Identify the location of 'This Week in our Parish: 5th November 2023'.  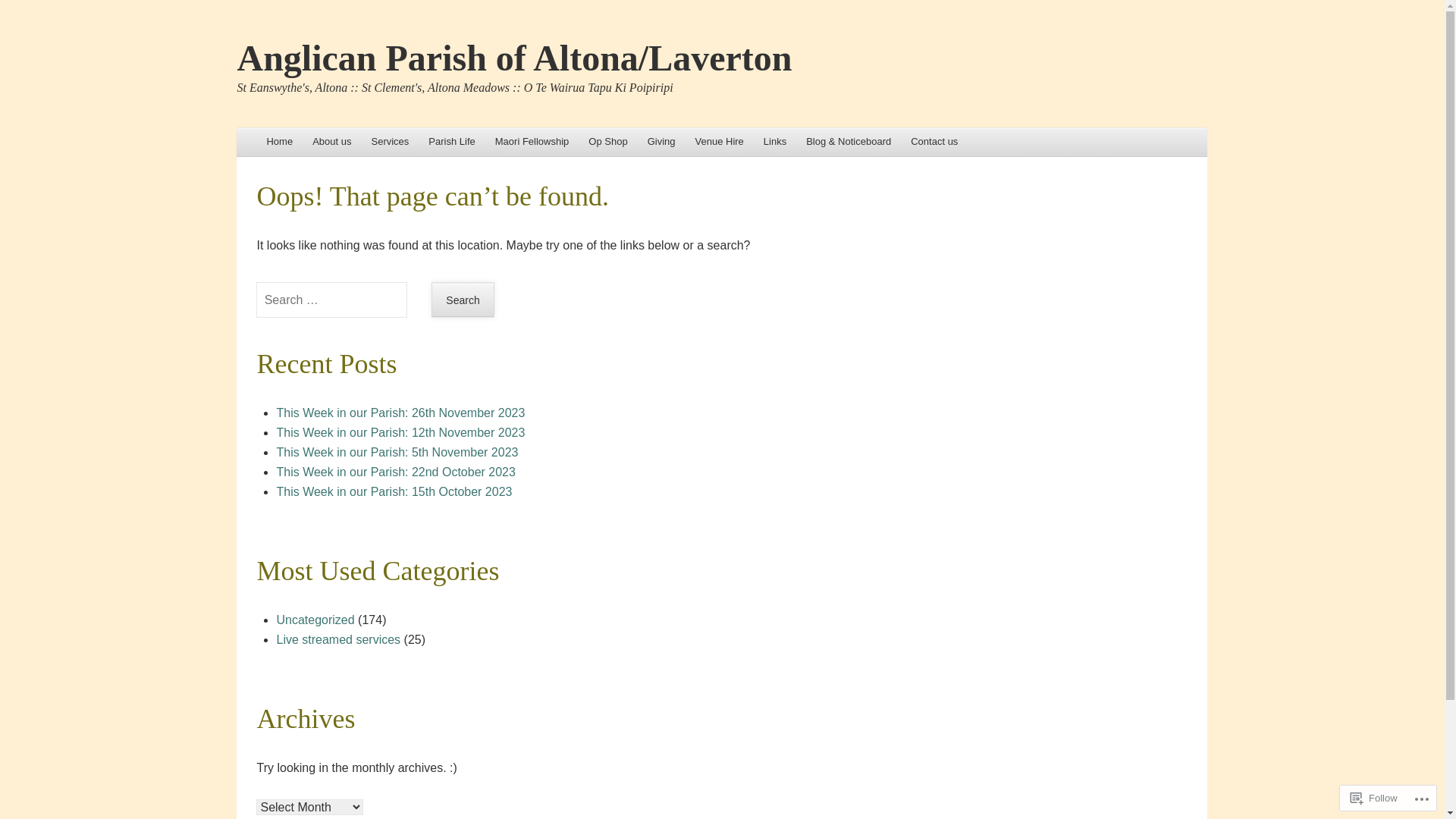
(397, 451).